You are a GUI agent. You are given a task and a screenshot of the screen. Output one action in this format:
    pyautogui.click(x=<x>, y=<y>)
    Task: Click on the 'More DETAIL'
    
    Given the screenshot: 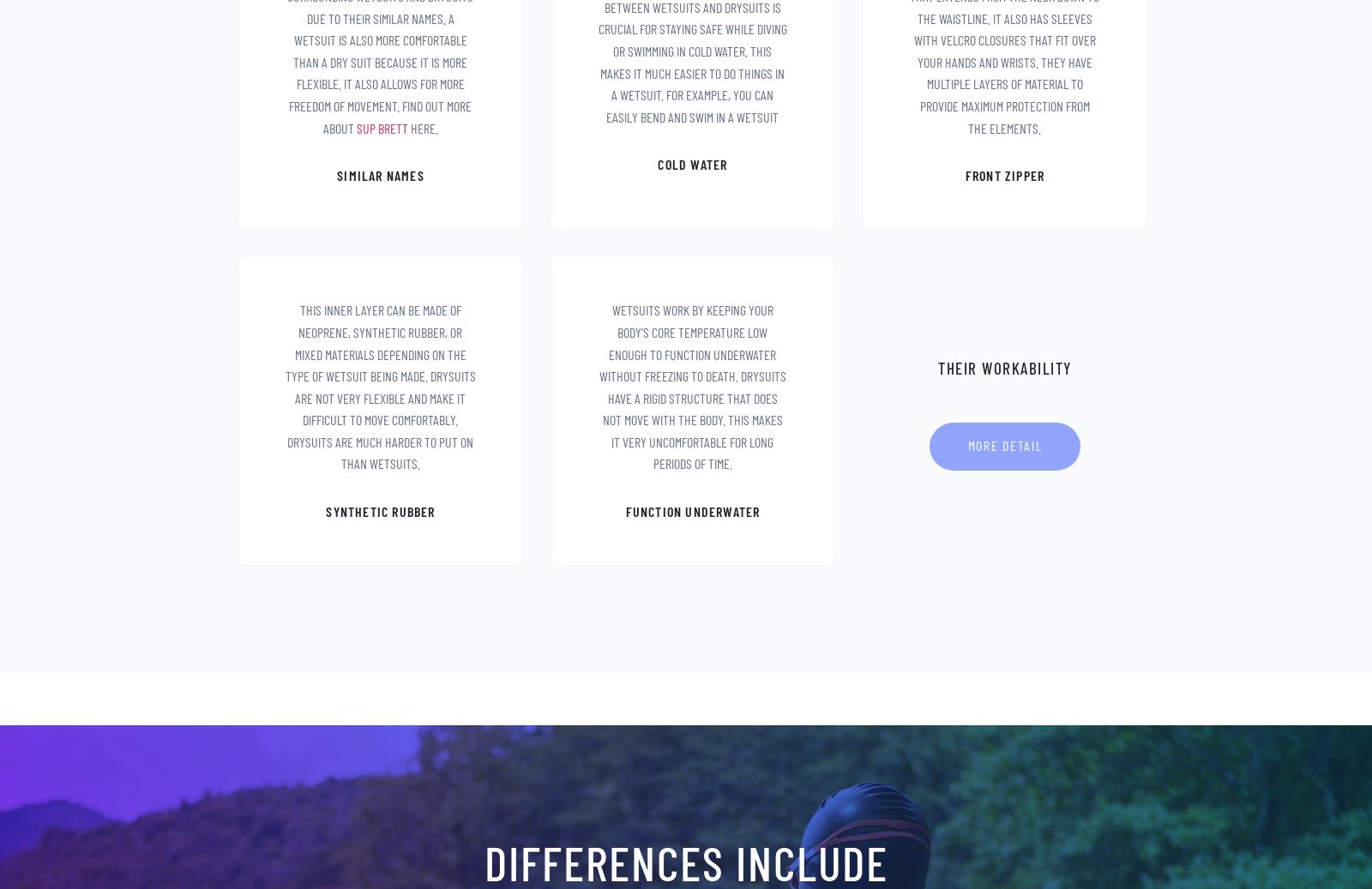 What is the action you would take?
    pyautogui.click(x=1004, y=444)
    